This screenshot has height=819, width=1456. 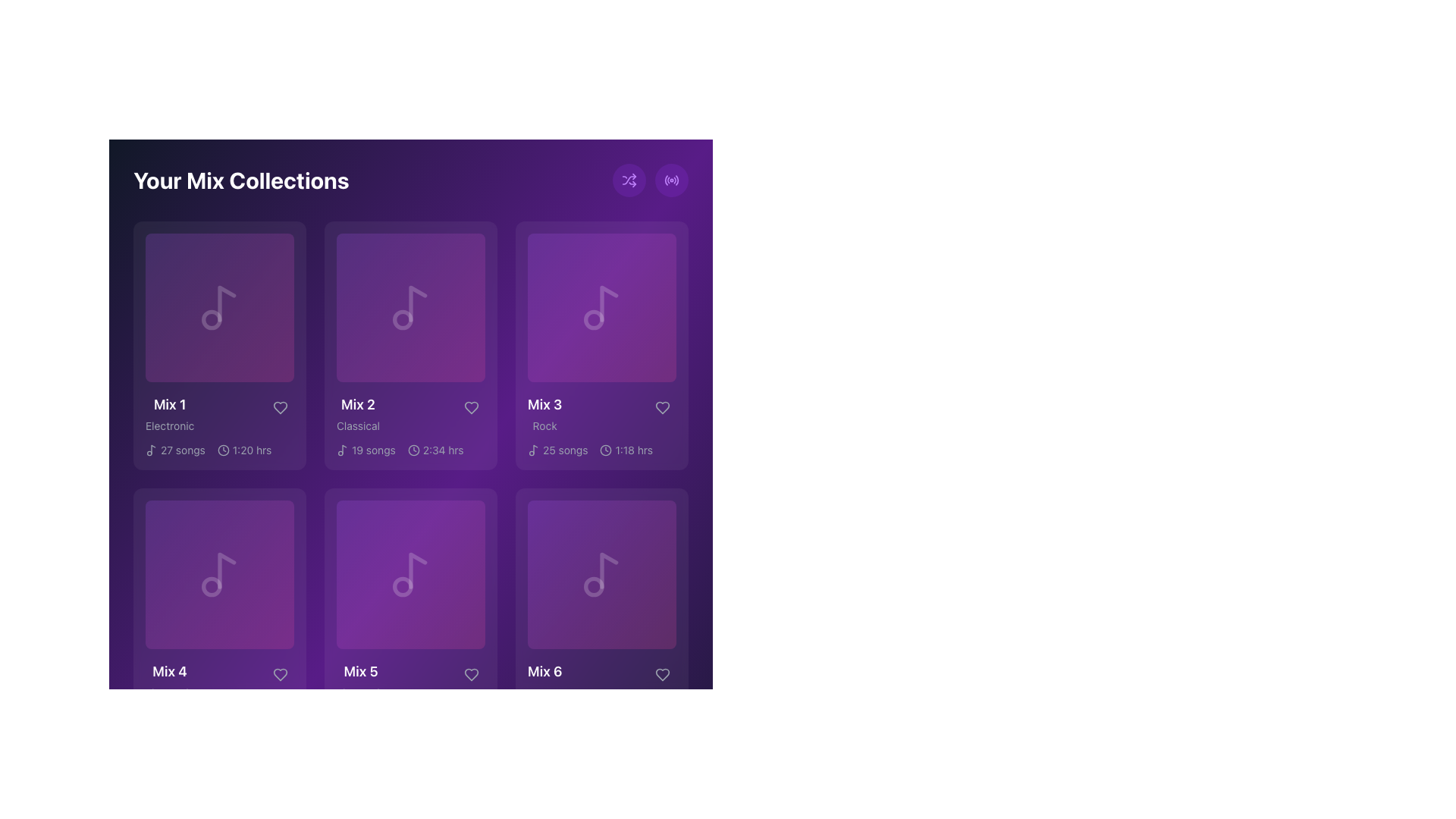 What do you see at coordinates (601, 575) in the screenshot?
I see `the music note icon, which has a circular base and a stem extending upward, located in the sixth mix card in the bottom-right corner of the collection area` at bounding box center [601, 575].